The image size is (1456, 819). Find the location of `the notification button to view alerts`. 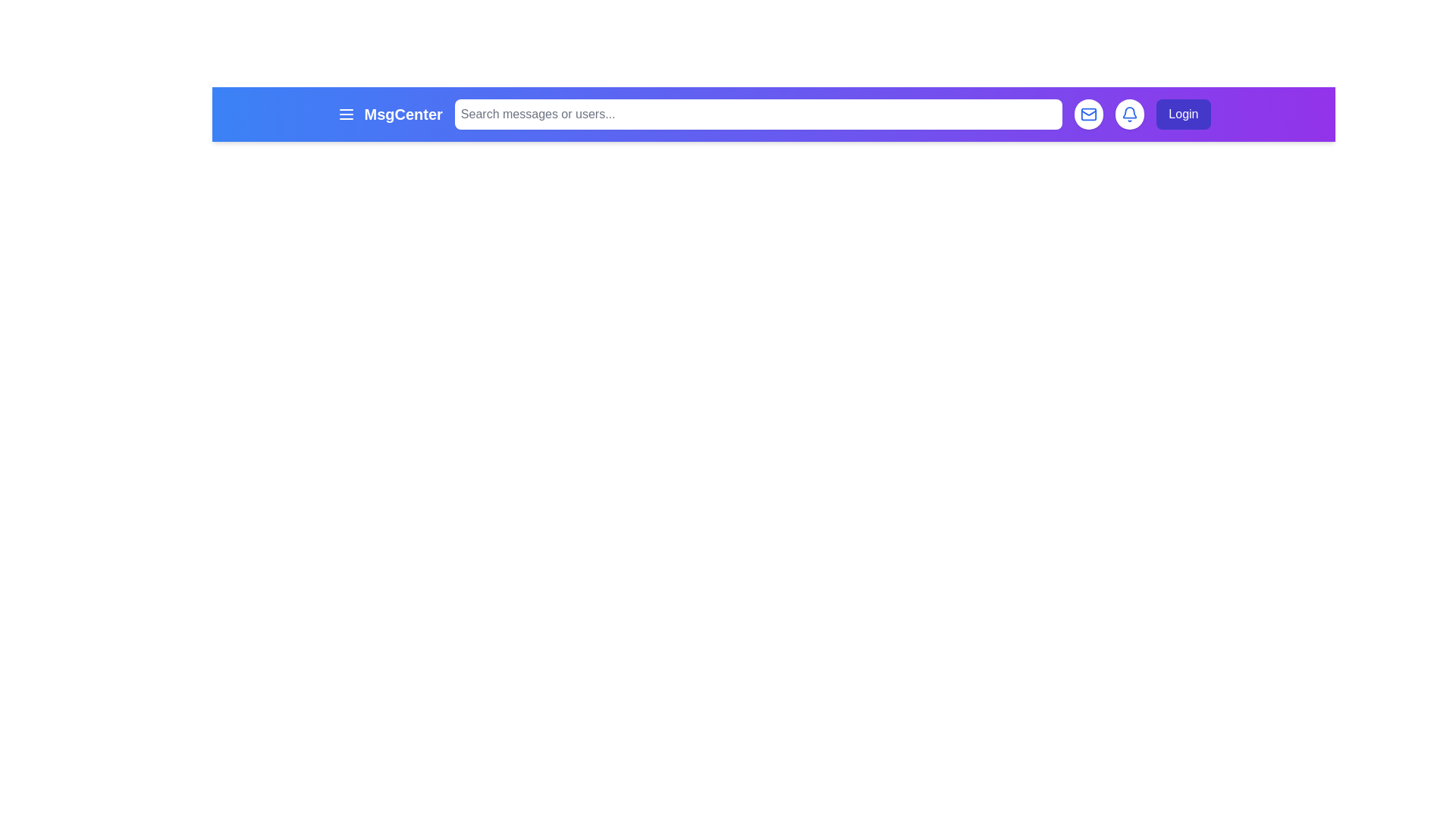

the notification button to view alerts is located at coordinates (1130, 113).